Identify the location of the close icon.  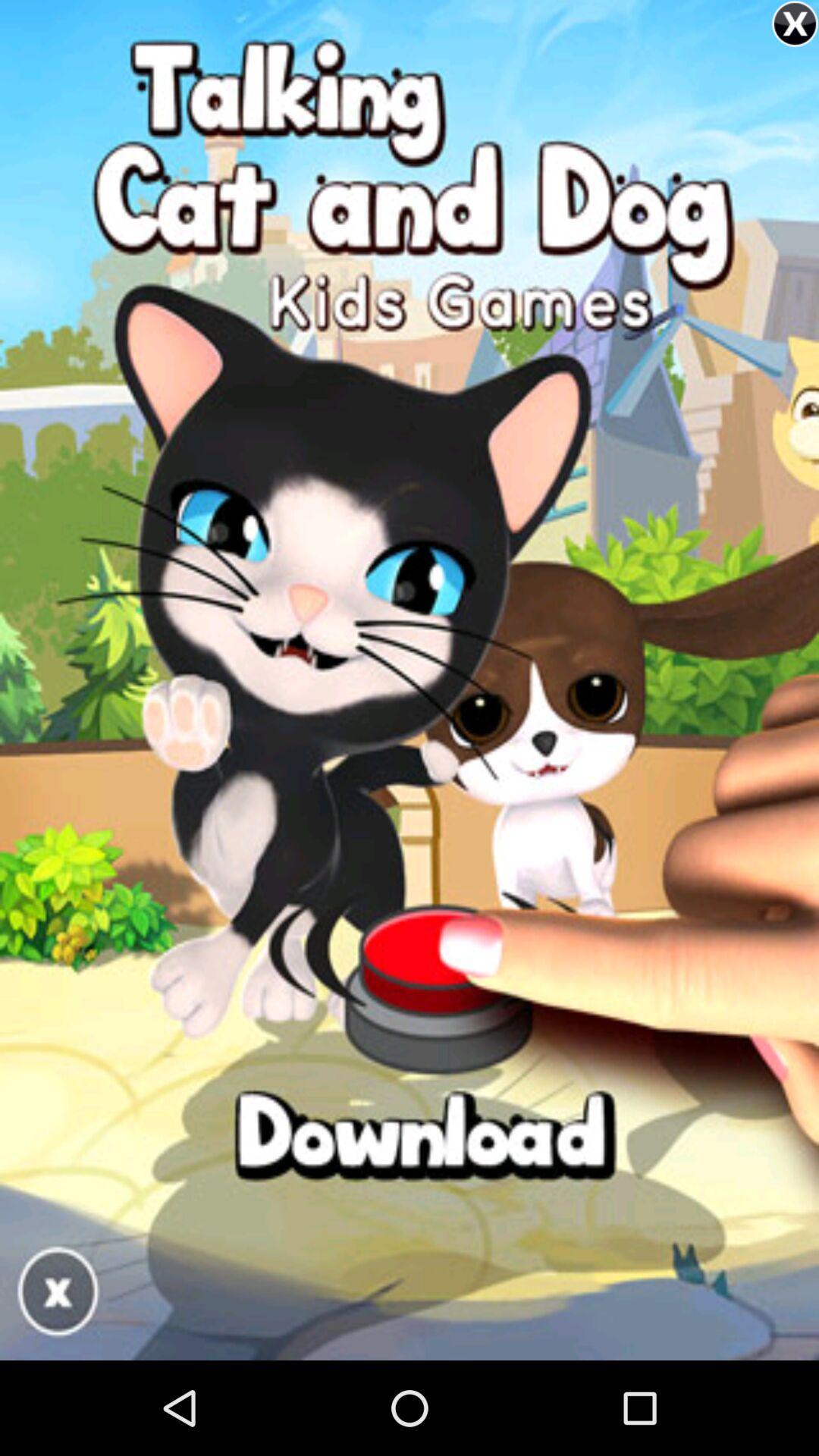
(794, 25).